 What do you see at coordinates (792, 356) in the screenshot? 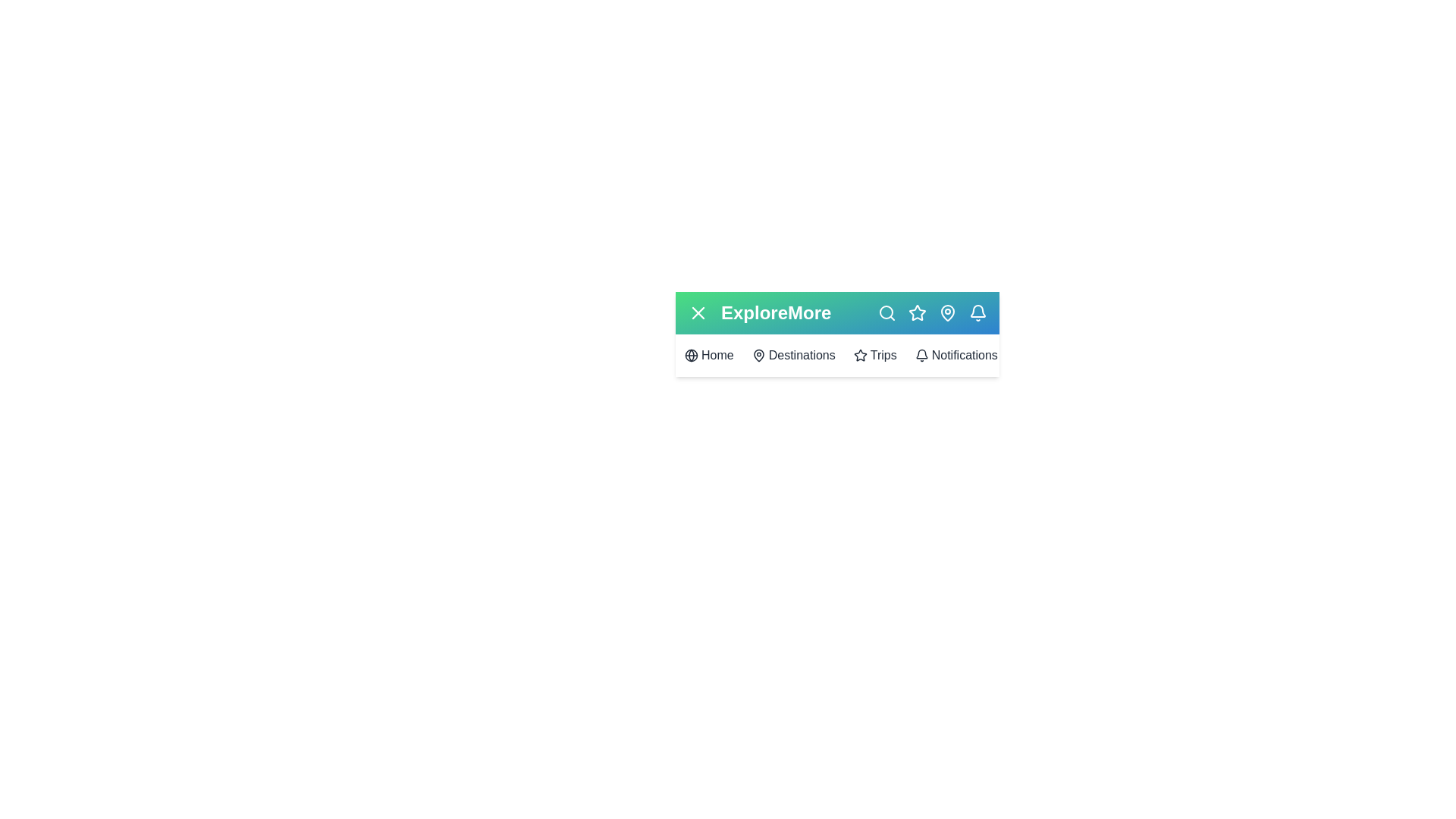
I see `the 'Destinations' menu item to navigate to the 'Destinations' section` at bounding box center [792, 356].